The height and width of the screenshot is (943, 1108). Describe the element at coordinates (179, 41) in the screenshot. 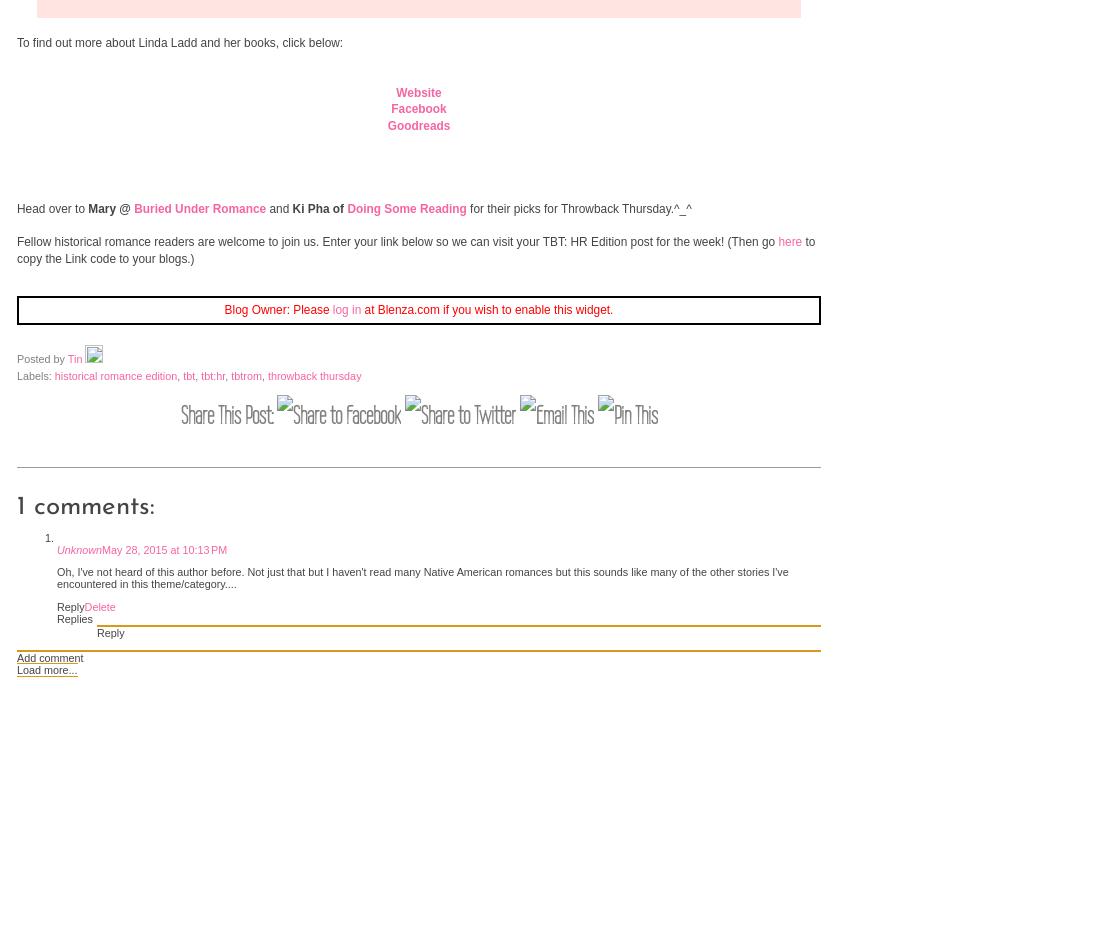

I see `'To find out more about Linda Ladd and her books, click below:'` at that location.